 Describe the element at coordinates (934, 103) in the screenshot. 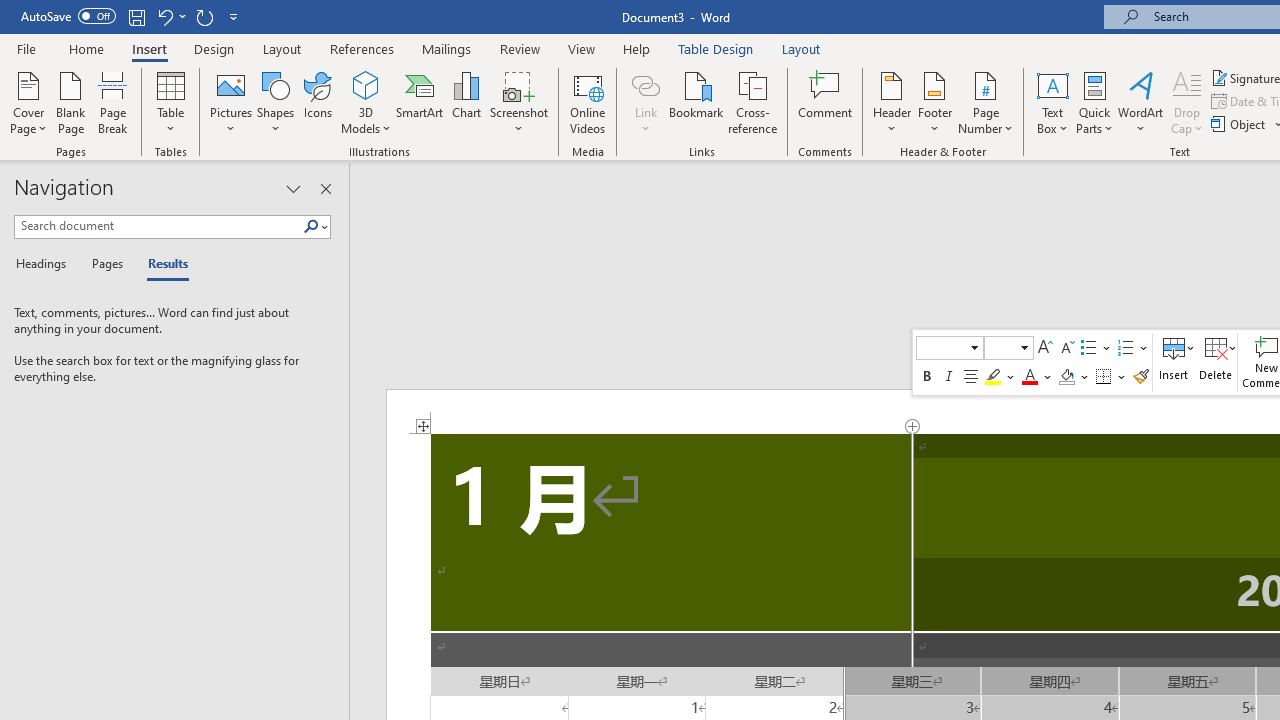

I see `'Footer'` at that location.